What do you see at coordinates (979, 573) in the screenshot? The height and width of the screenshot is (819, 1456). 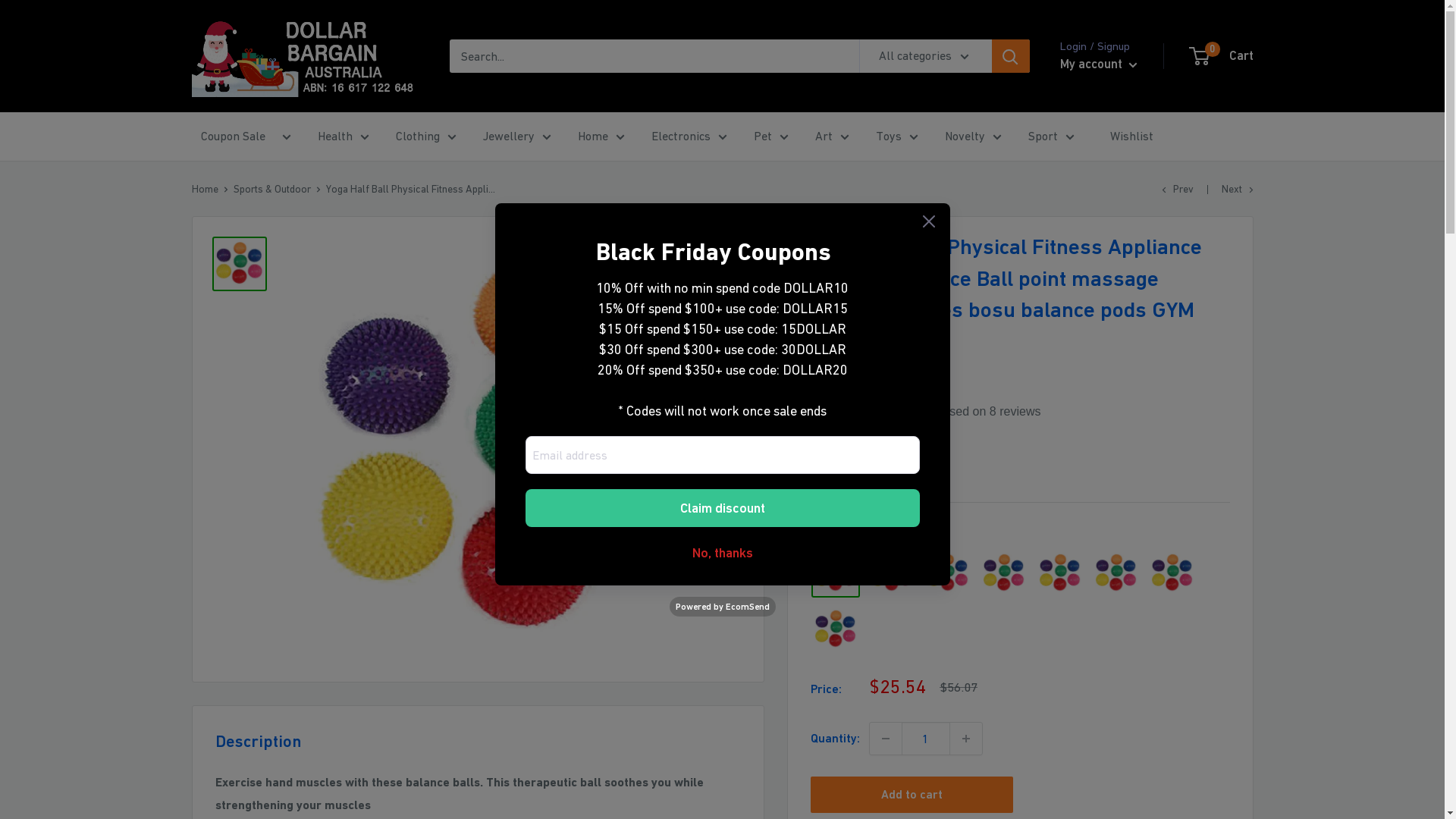 I see `'Orange'` at bounding box center [979, 573].